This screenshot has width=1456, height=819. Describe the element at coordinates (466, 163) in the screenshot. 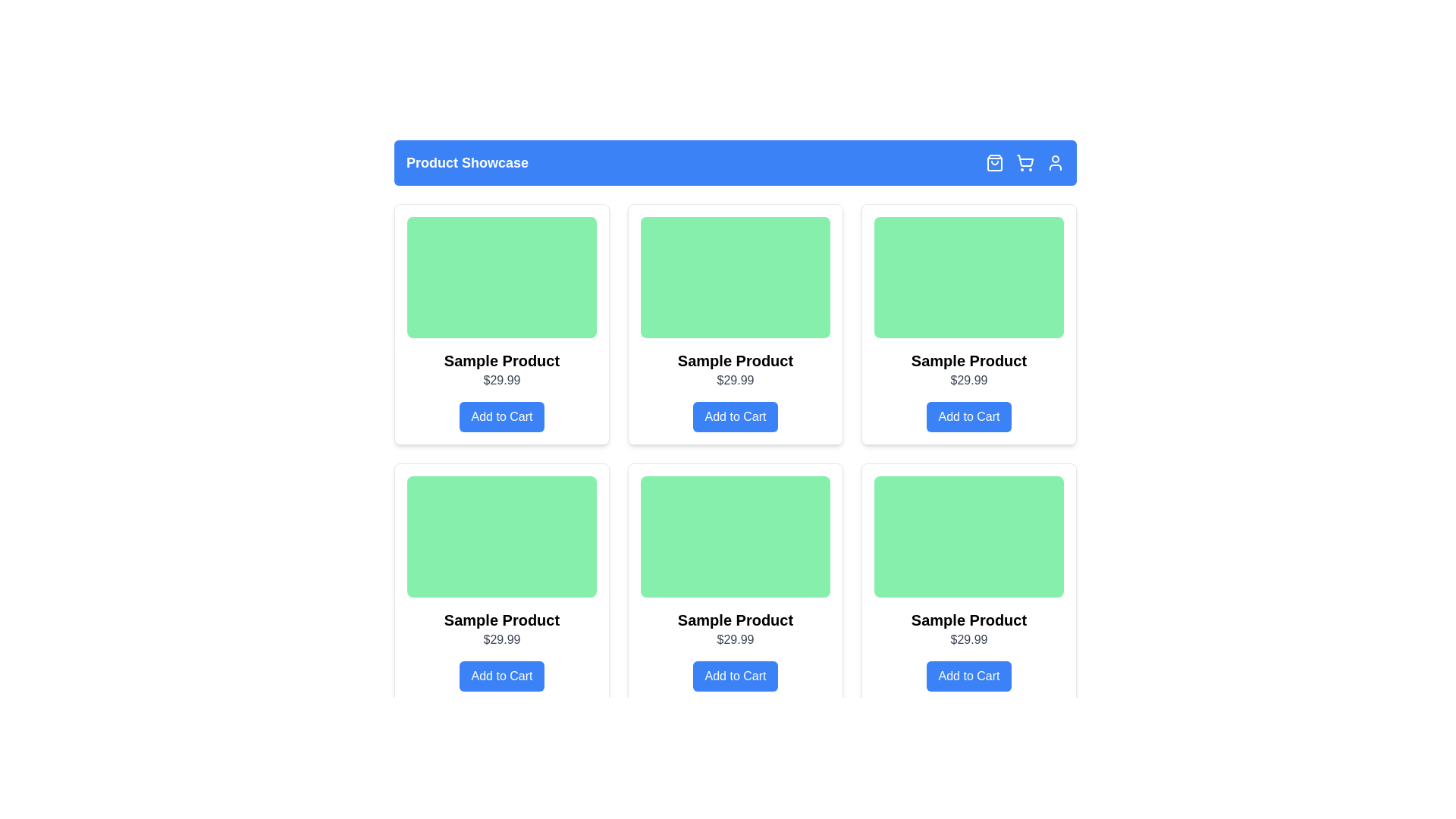

I see `the bold text label 'Product Showcase' in white color located in the header region of the interface` at that location.